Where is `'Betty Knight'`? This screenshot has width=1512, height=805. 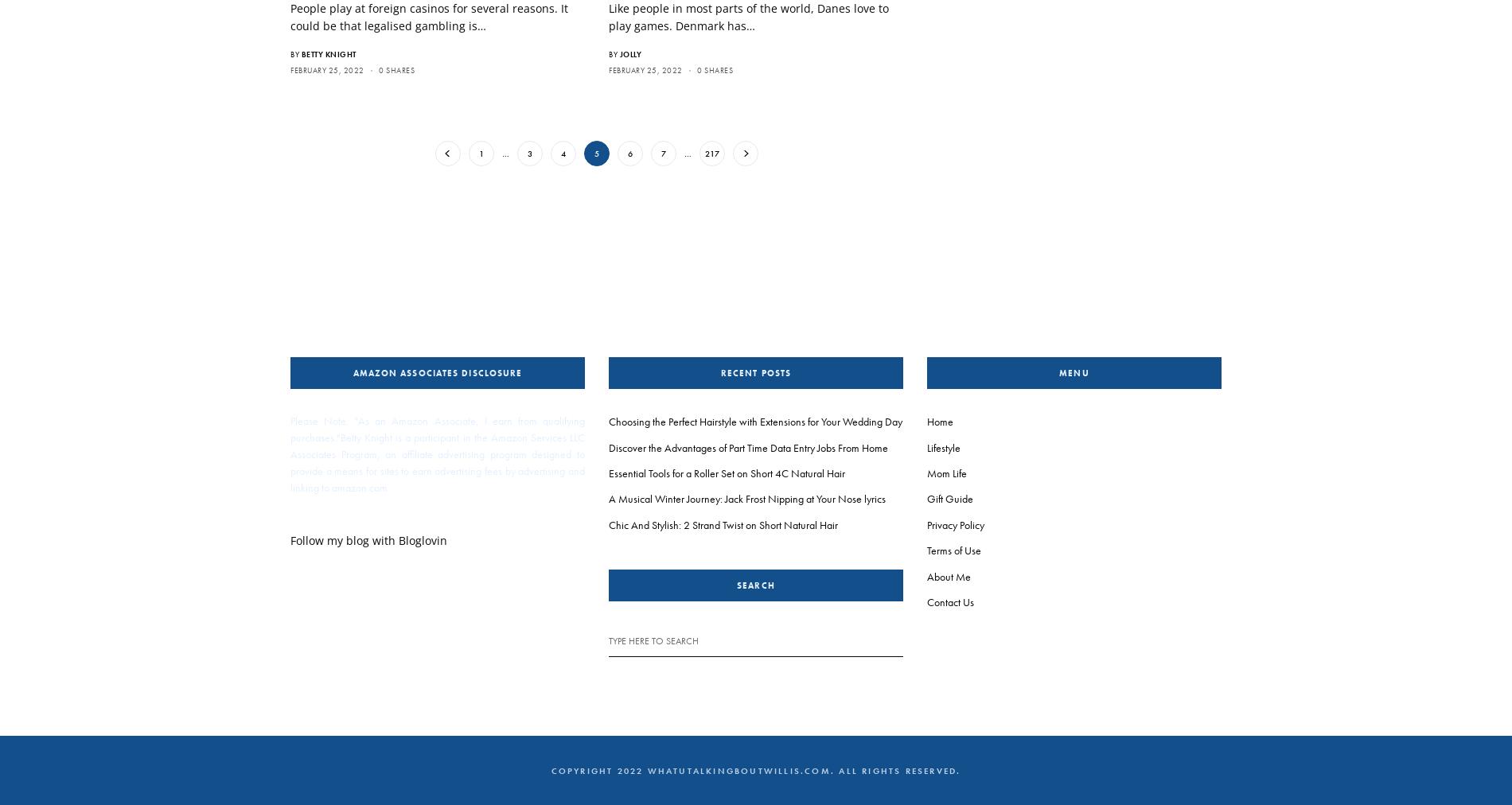
'Betty Knight' is located at coordinates (299, 53).